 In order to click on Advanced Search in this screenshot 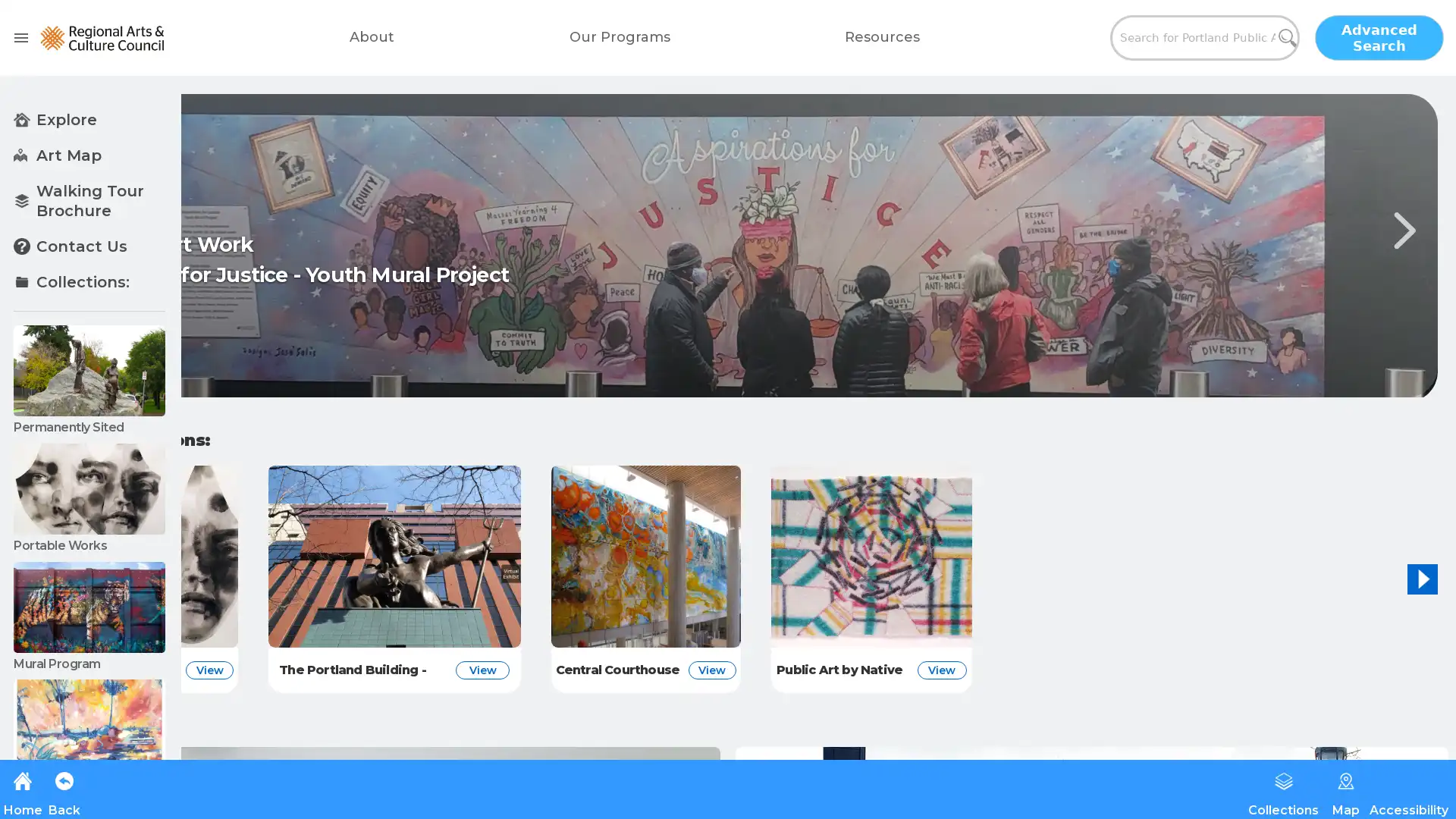, I will do `click(1379, 37)`.